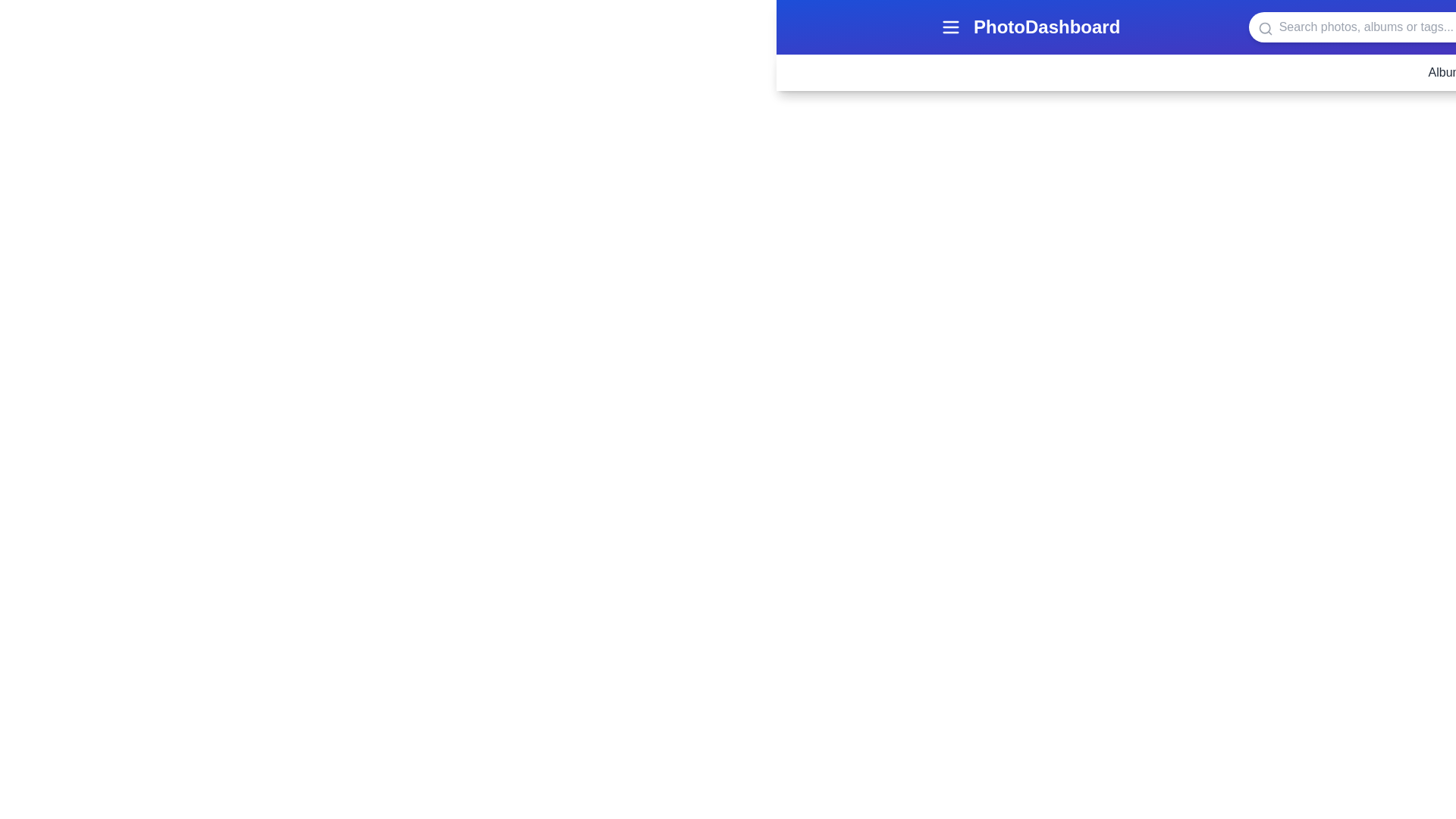 The height and width of the screenshot is (819, 1456). What do you see at coordinates (1448, 73) in the screenshot?
I see `the navigation item Albums to navigate to the corresponding section` at bounding box center [1448, 73].